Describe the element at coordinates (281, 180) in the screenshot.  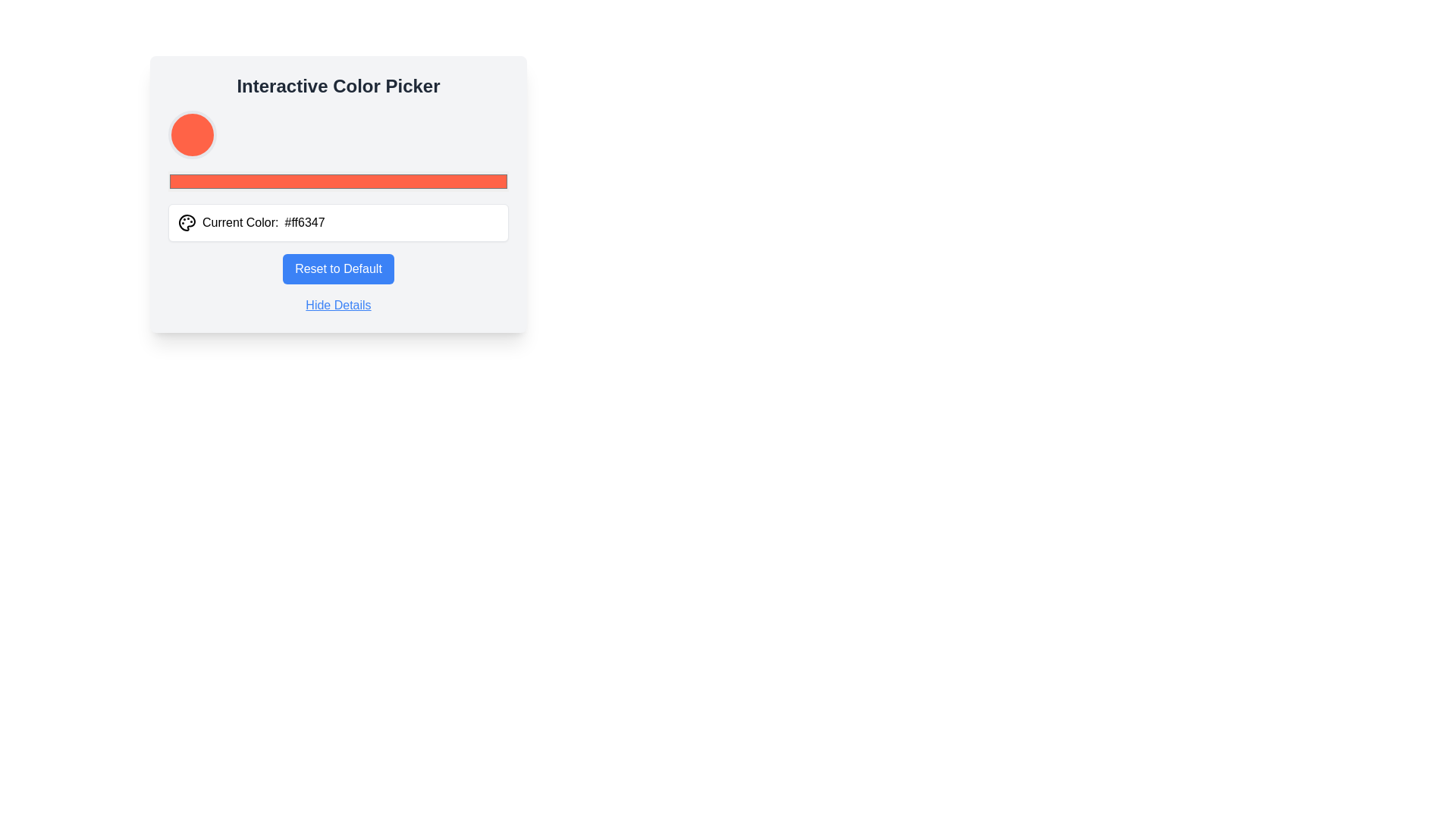
I see `the slider value` at that location.